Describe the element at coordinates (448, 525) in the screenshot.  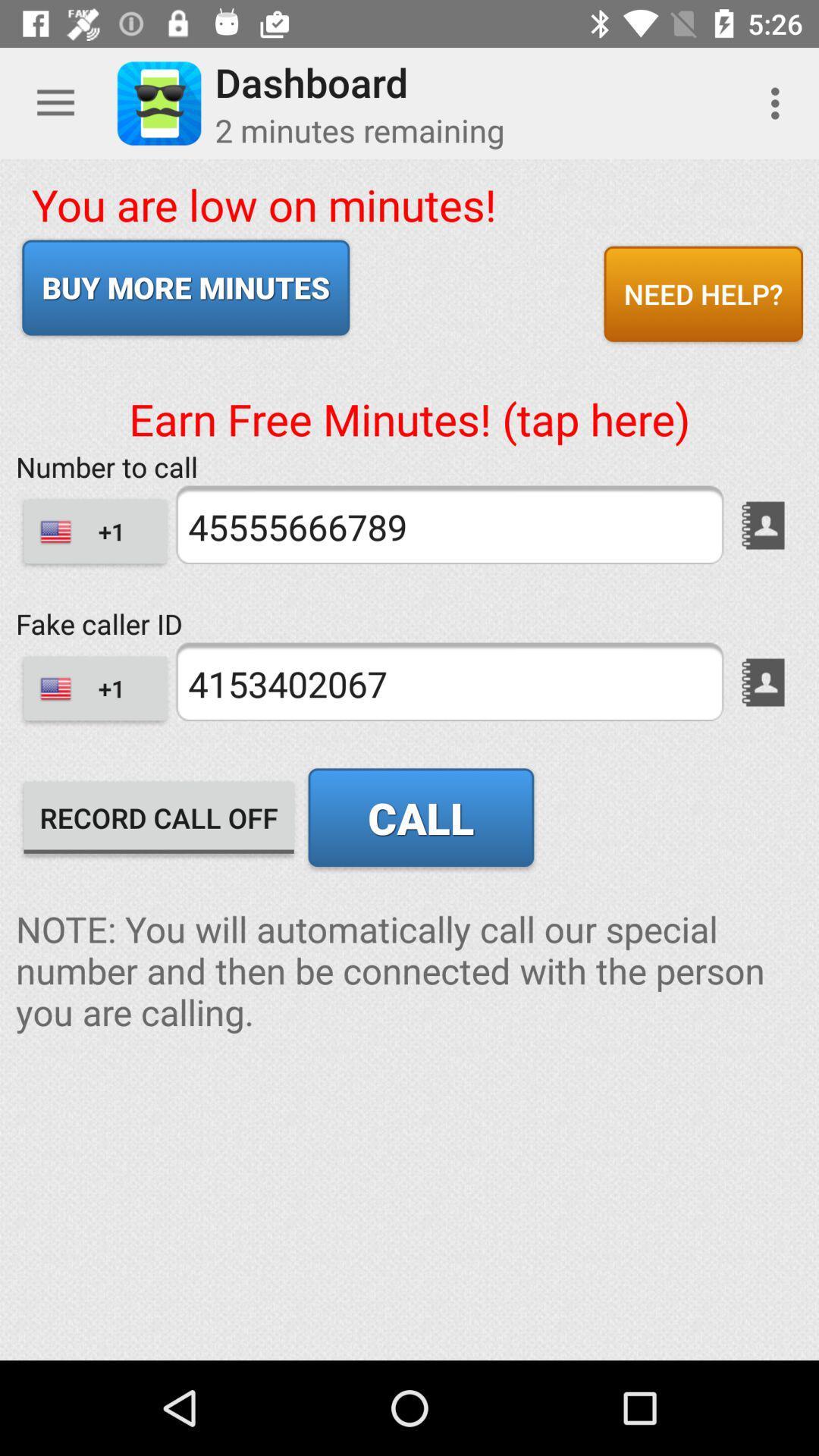
I see `the item below number to call` at that location.